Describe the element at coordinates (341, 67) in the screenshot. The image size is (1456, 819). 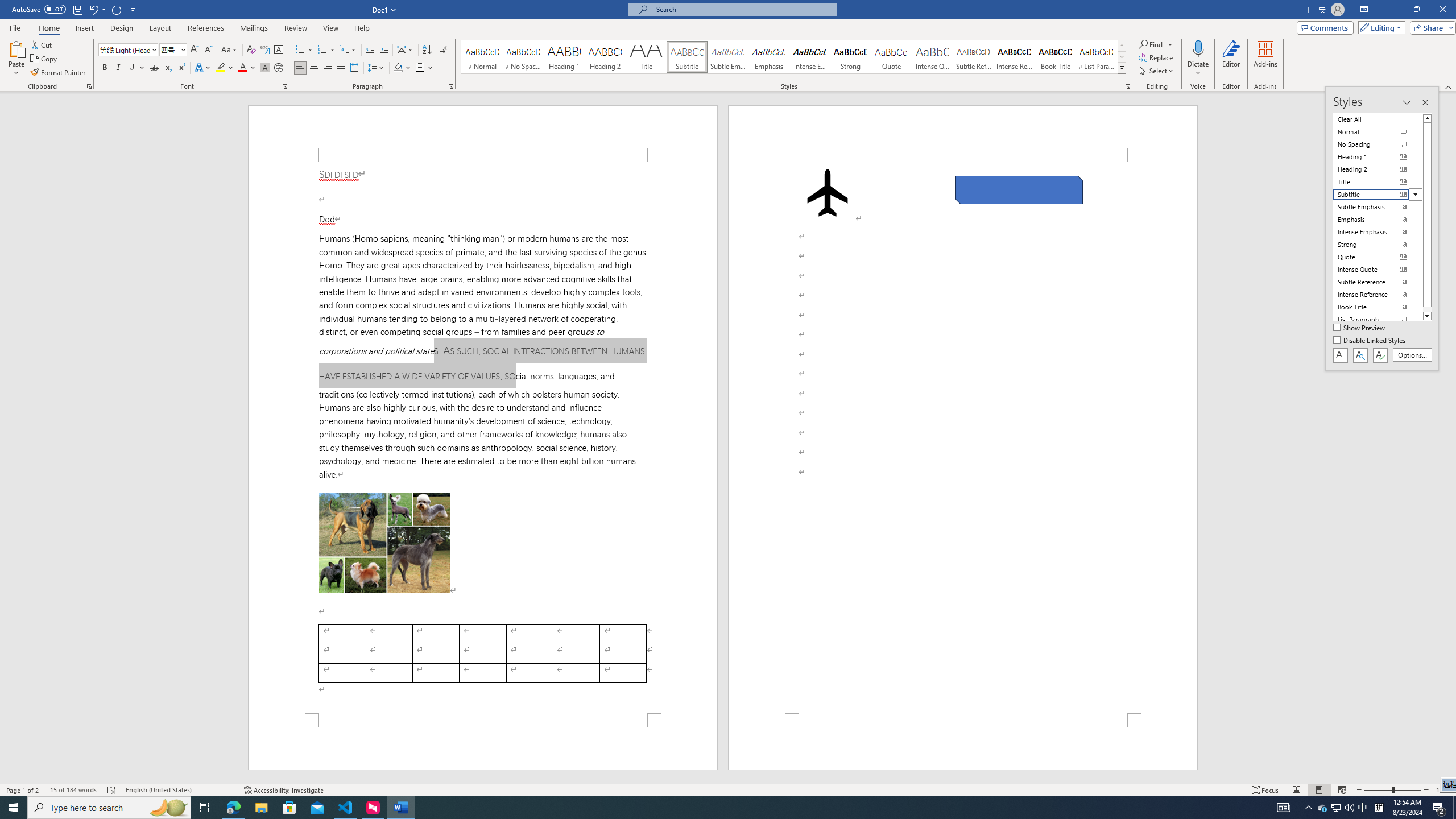
I see `'Justify'` at that location.